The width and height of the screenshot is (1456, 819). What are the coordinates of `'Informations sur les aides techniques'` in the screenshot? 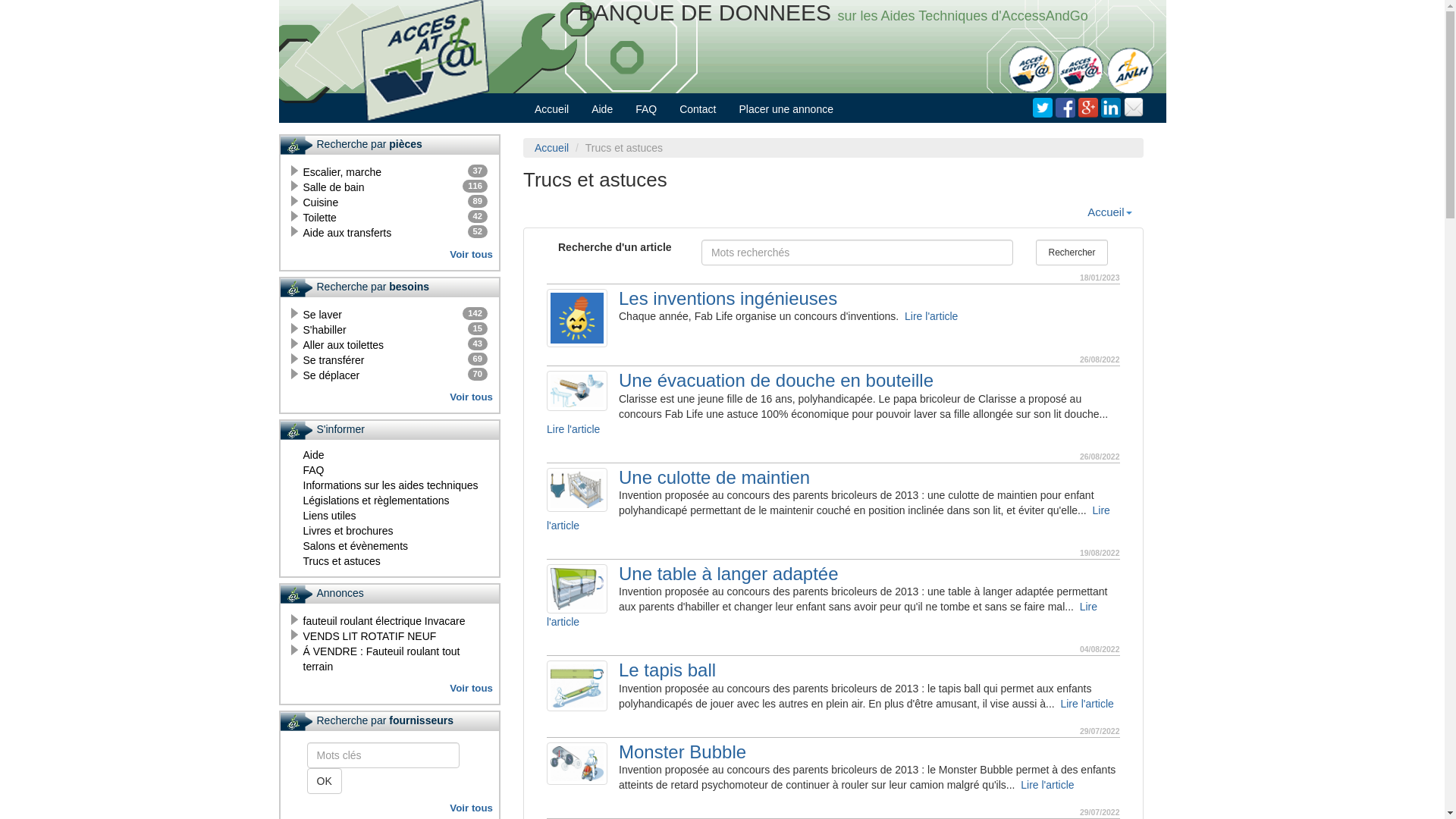 It's located at (391, 485).